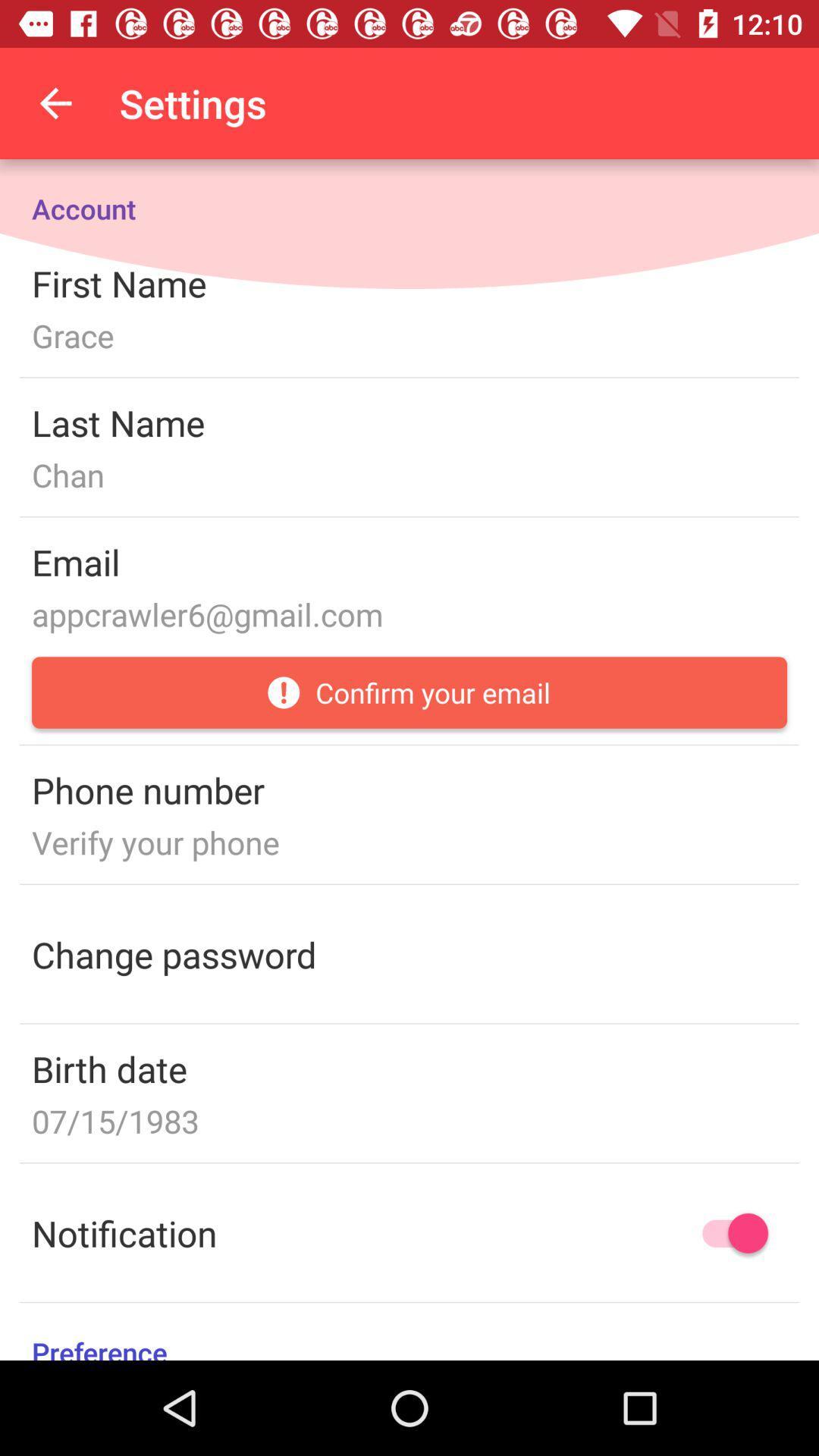  Describe the element at coordinates (55, 102) in the screenshot. I see `the icon to the left of the settings item` at that location.